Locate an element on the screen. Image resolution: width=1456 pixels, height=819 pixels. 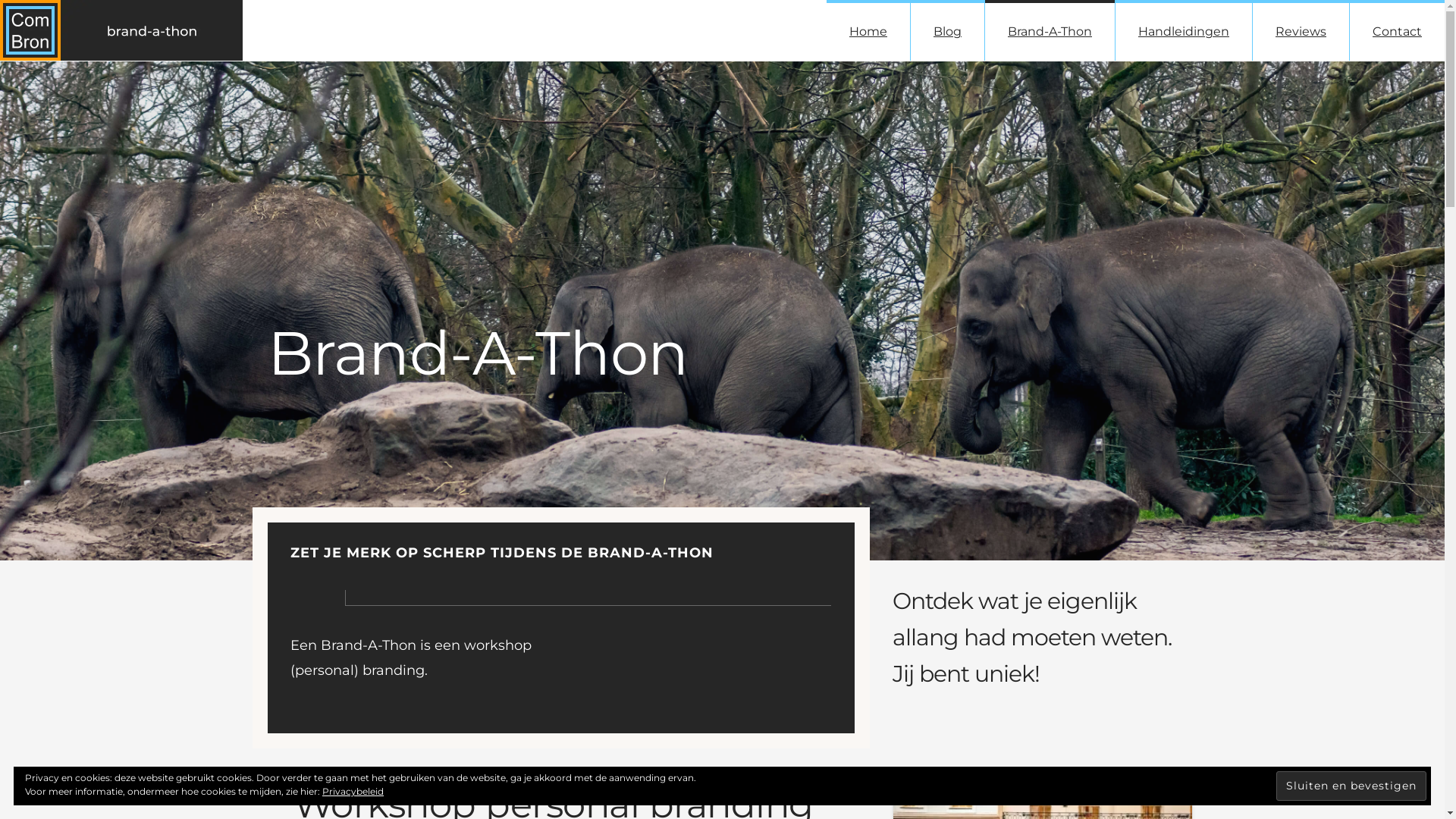
'Handleidingen' is located at coordinates (1182, 30).